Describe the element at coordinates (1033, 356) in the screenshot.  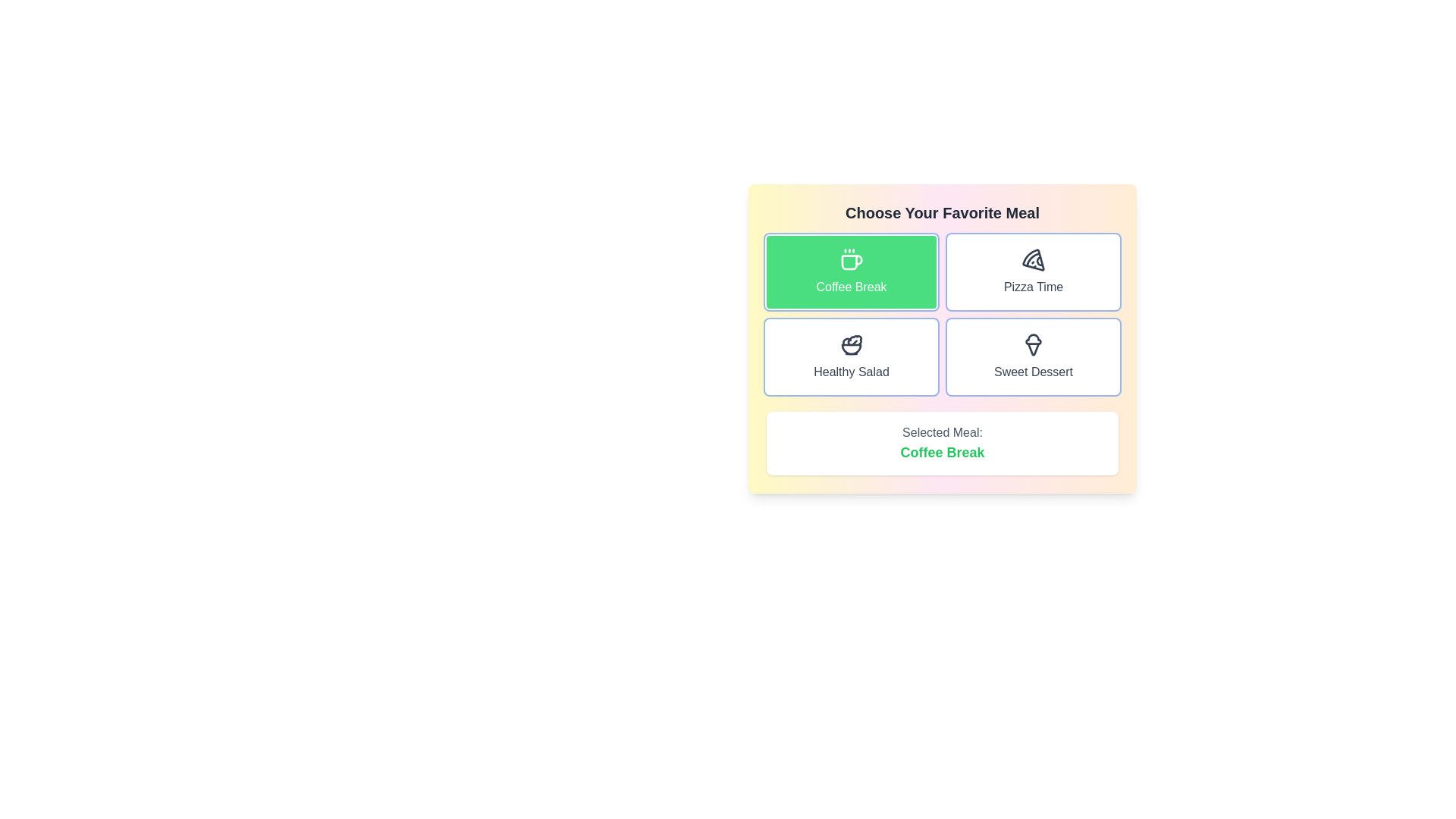
I see `the button corresponding to the meal Sweet Dessert to select it` at that location.